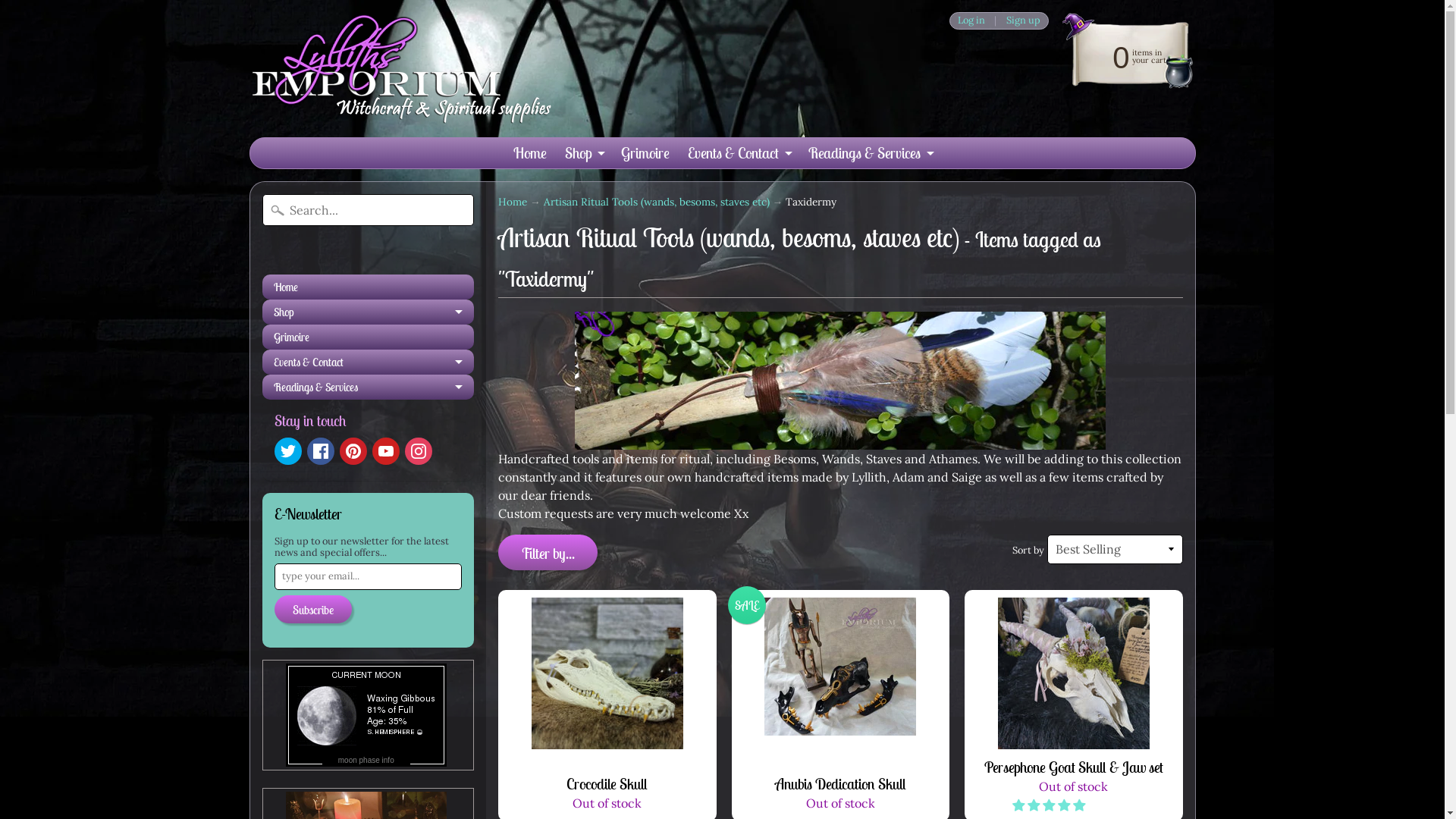 The image size is (1456, 819). I want to click on 'Readings & Services', so click(368, 386).